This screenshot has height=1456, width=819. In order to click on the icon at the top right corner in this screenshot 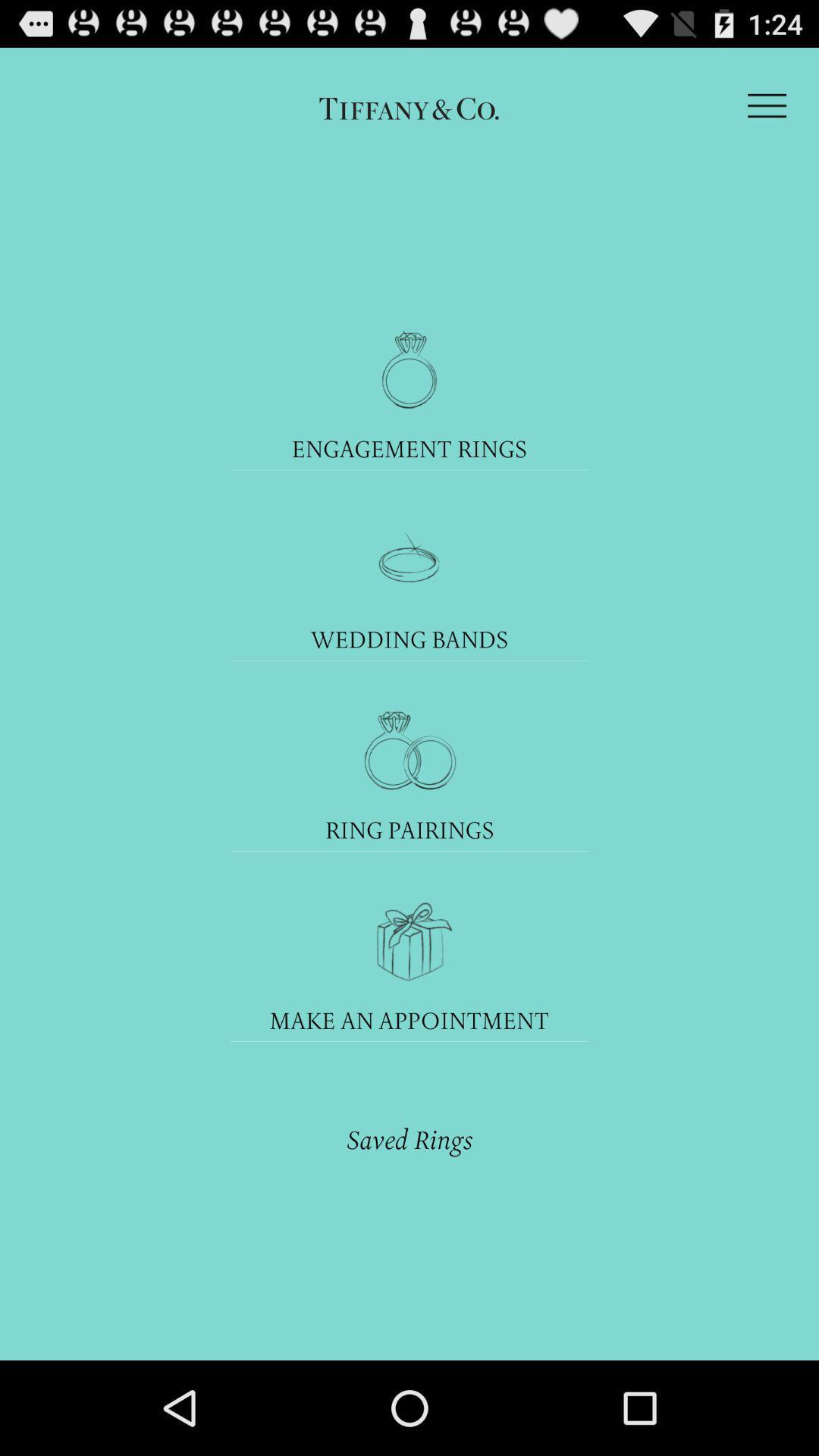, I will do `click(767, 105)`.